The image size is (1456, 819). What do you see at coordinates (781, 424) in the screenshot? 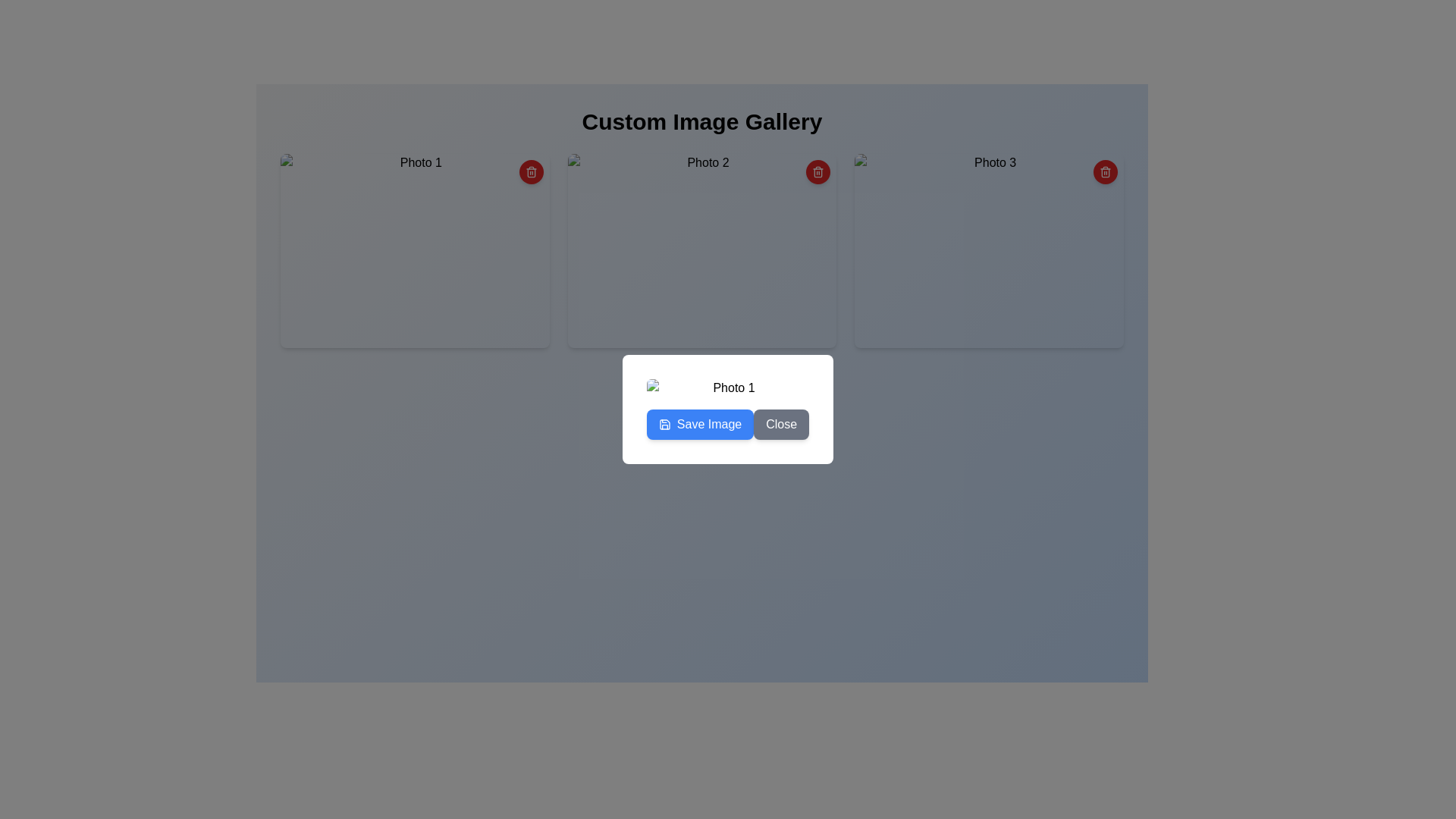
I see `the 'Close' button with a gray background and white text` at bounding box center [781, 424].